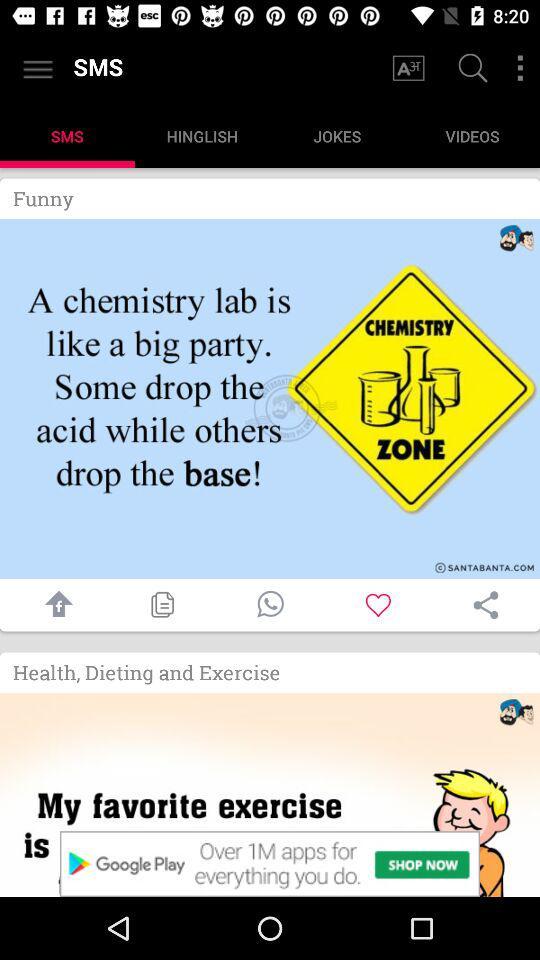 This screenshot has width=540, height=960. I want to click on share the image on whatsapp, so click(270, 604).